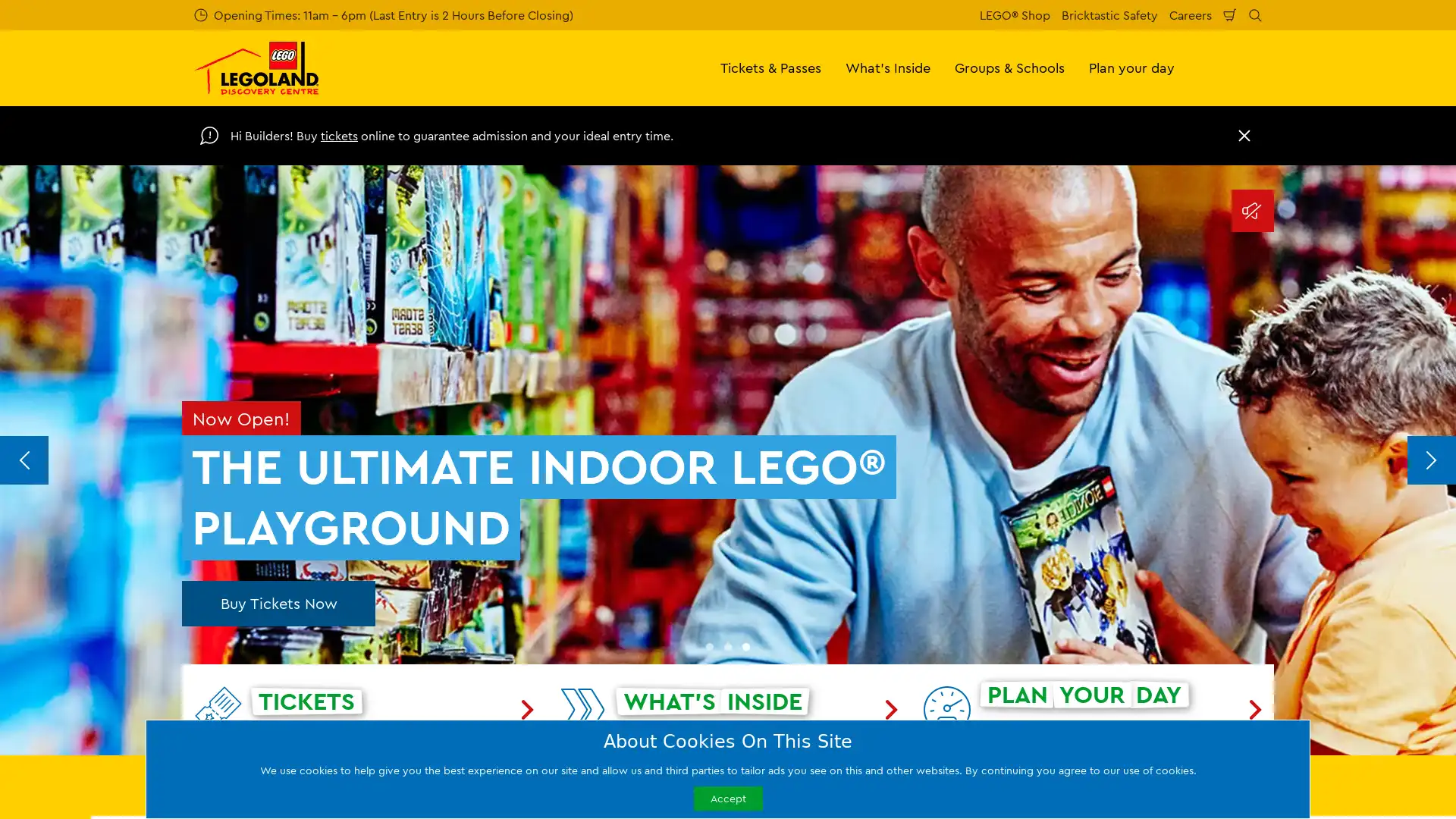 The image size is (1456, 819). Describe the element at coordinates (1255, 14) in the screenshot. I see `Search` at that location.